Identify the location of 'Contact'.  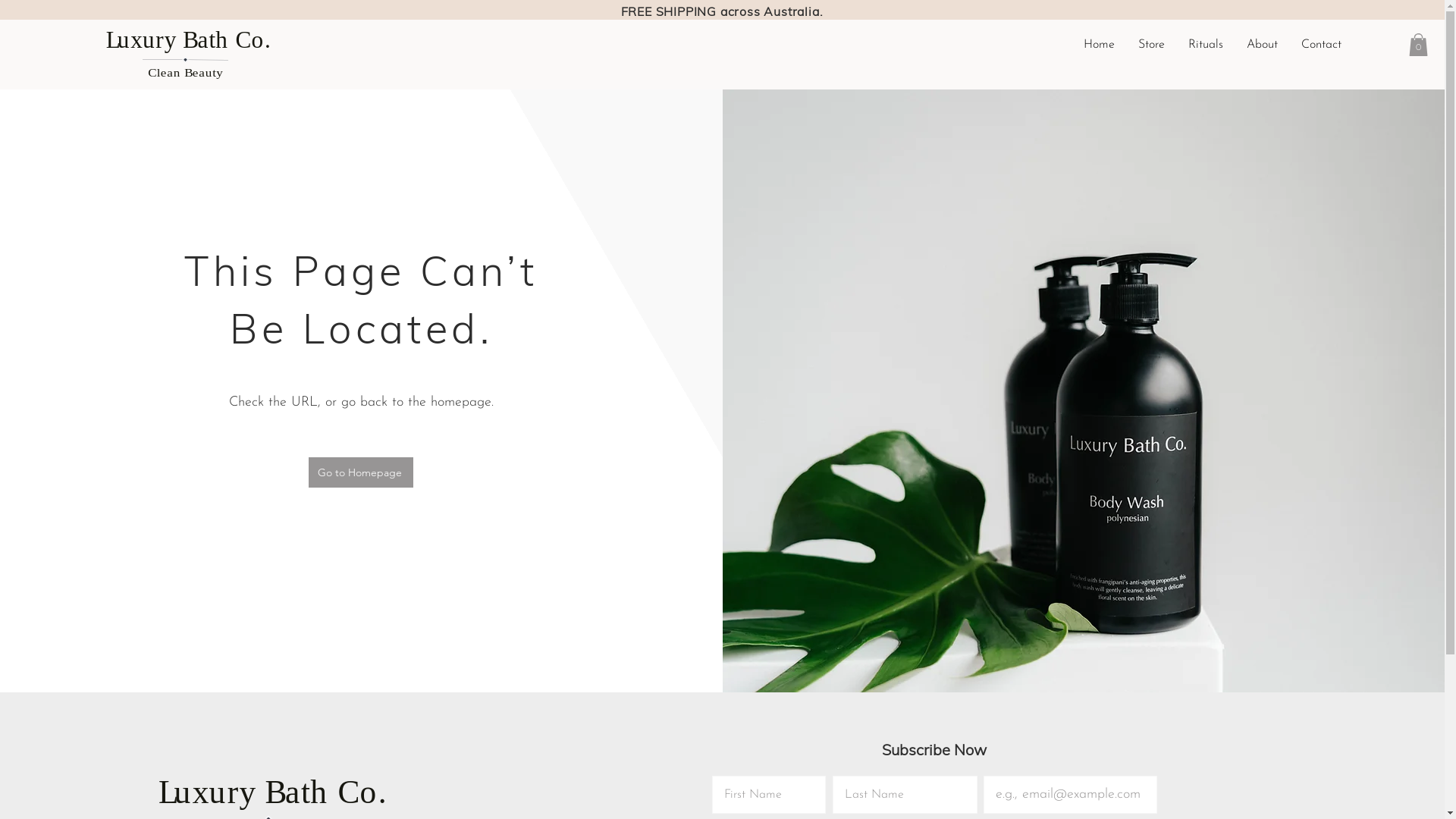
(1320, 43).